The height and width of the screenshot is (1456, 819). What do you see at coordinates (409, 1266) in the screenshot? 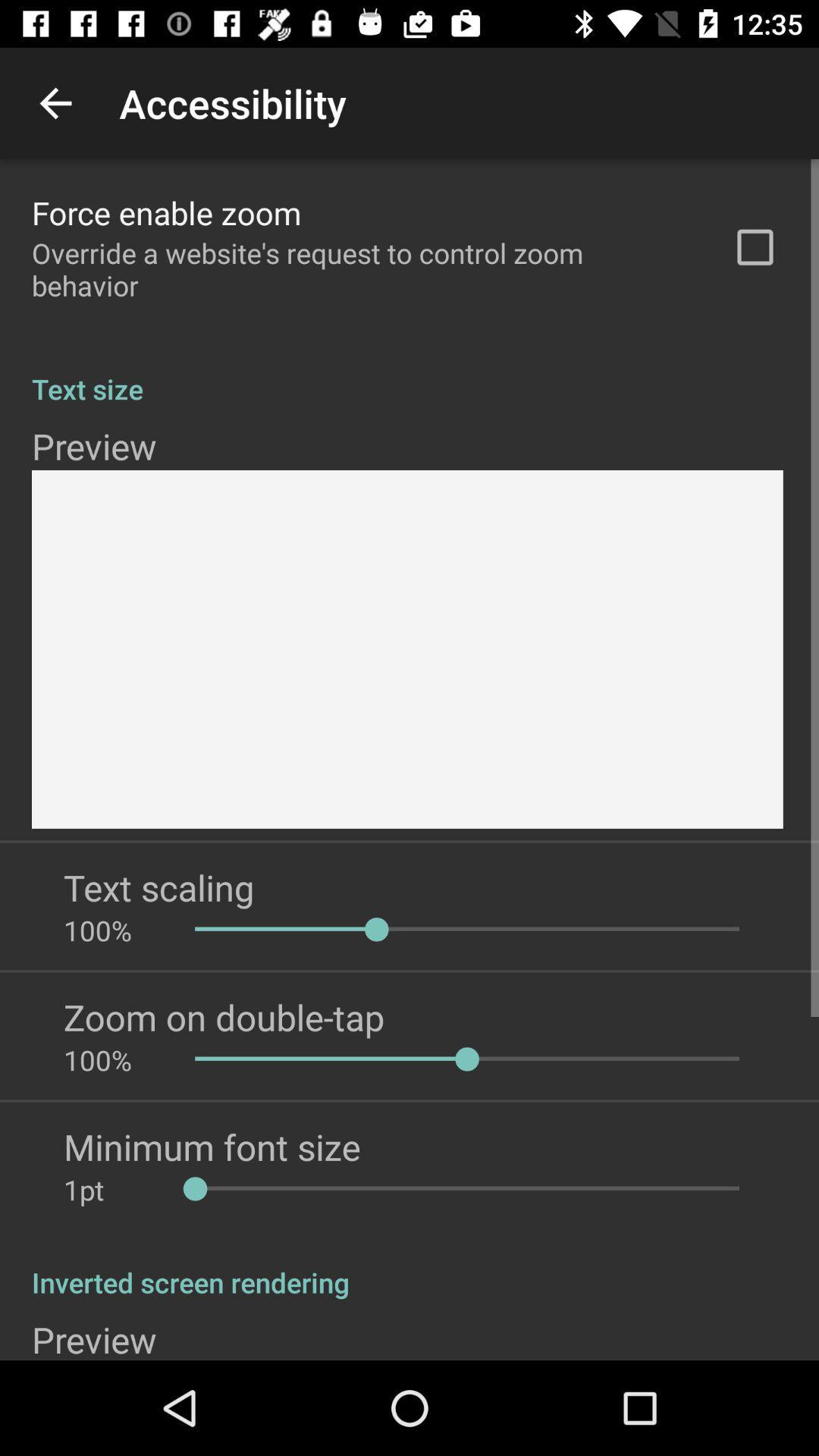
I see `the item below 1pt app` at bounding box center [409, 1266].